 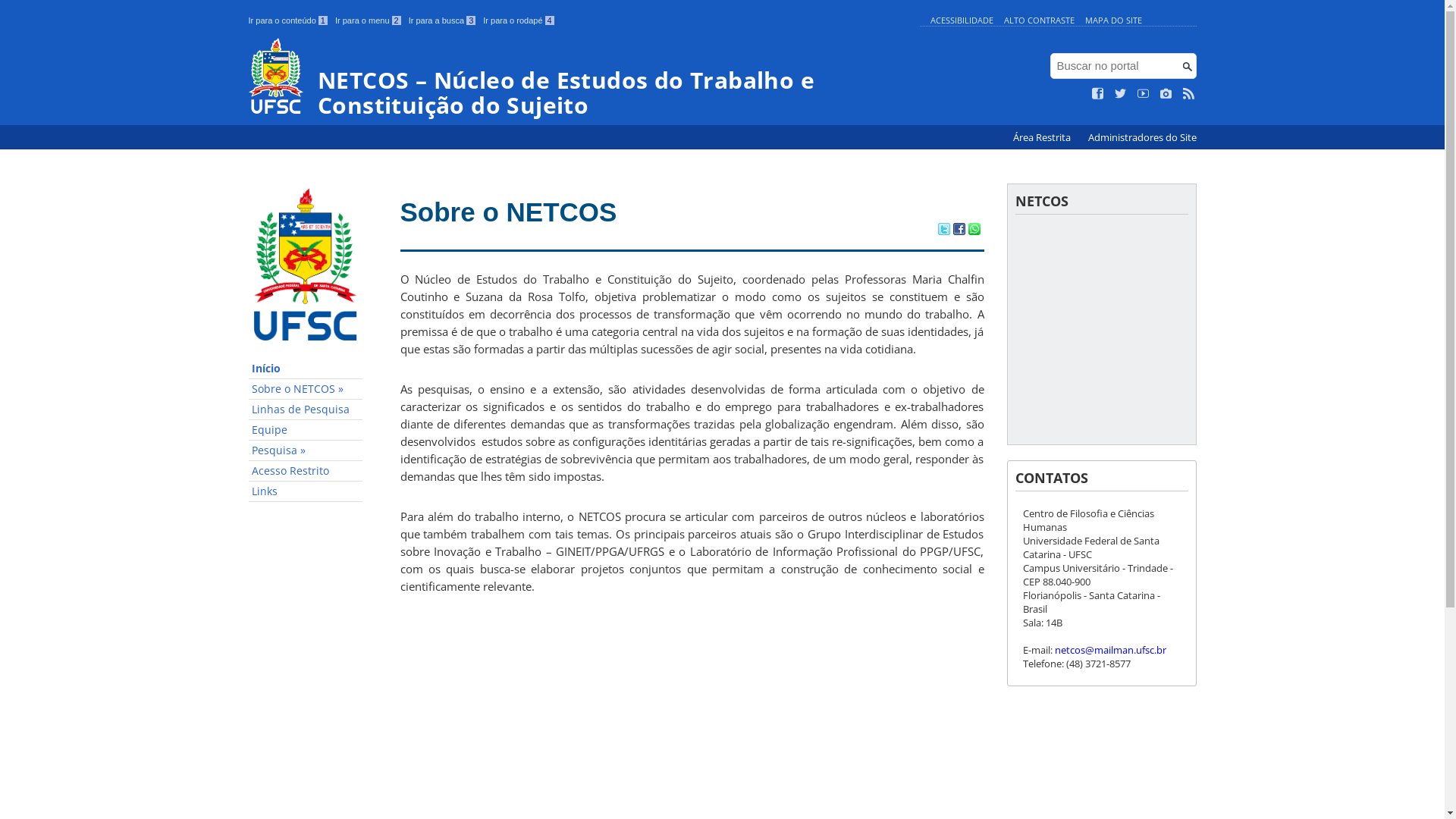 What do you see at coordinates (305, 470) in the screenshot?
I see `'Acesso Restrito'` at bounding box center [305, 470].